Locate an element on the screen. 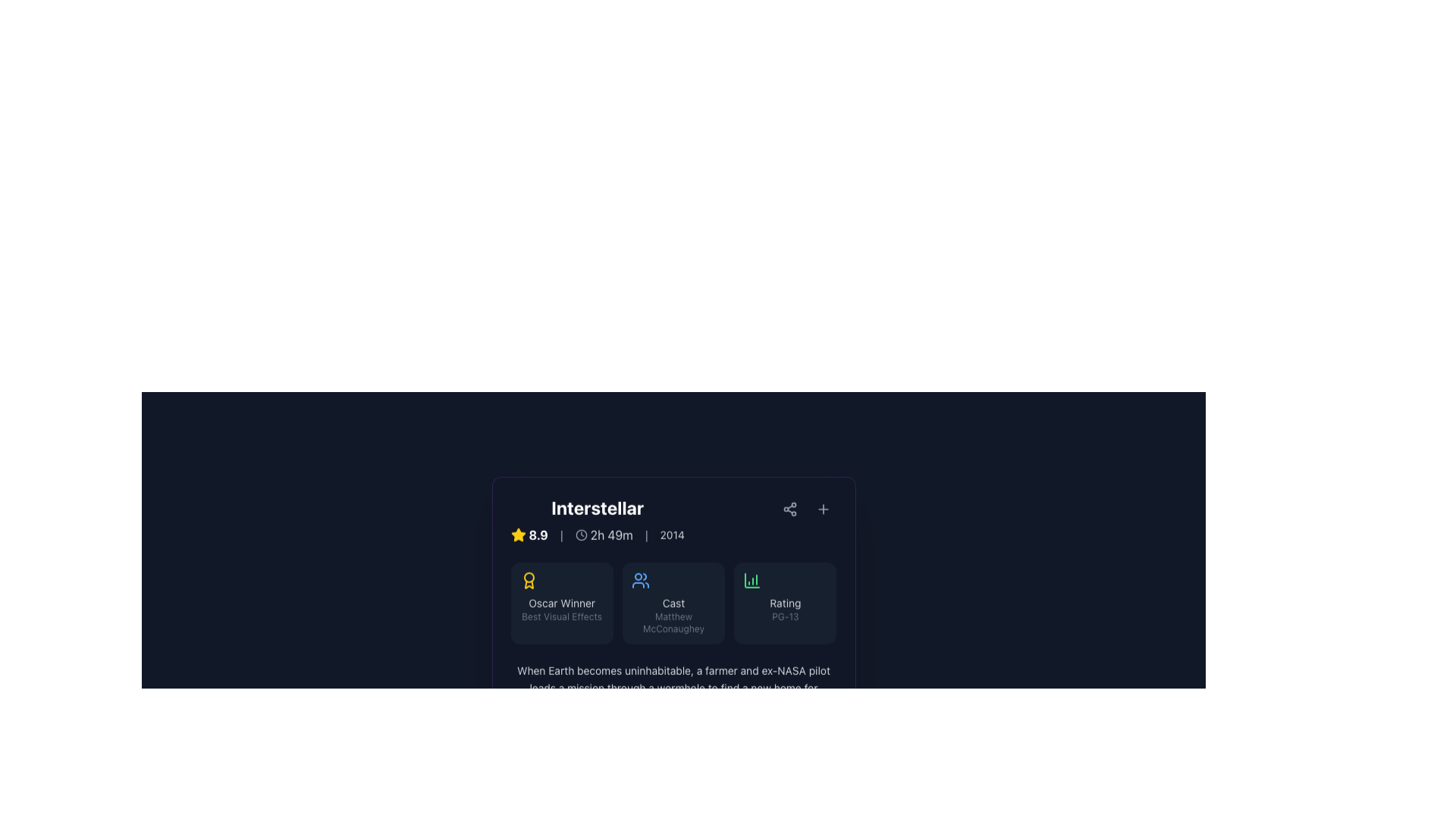 The width and height of the screenshot is (1456, 819). text content of the Text label that categorizes the 'PG-13' rating information, positioned in the rightmost column beneath the 'Interstellar' section title is located at coordinates (785, 602).